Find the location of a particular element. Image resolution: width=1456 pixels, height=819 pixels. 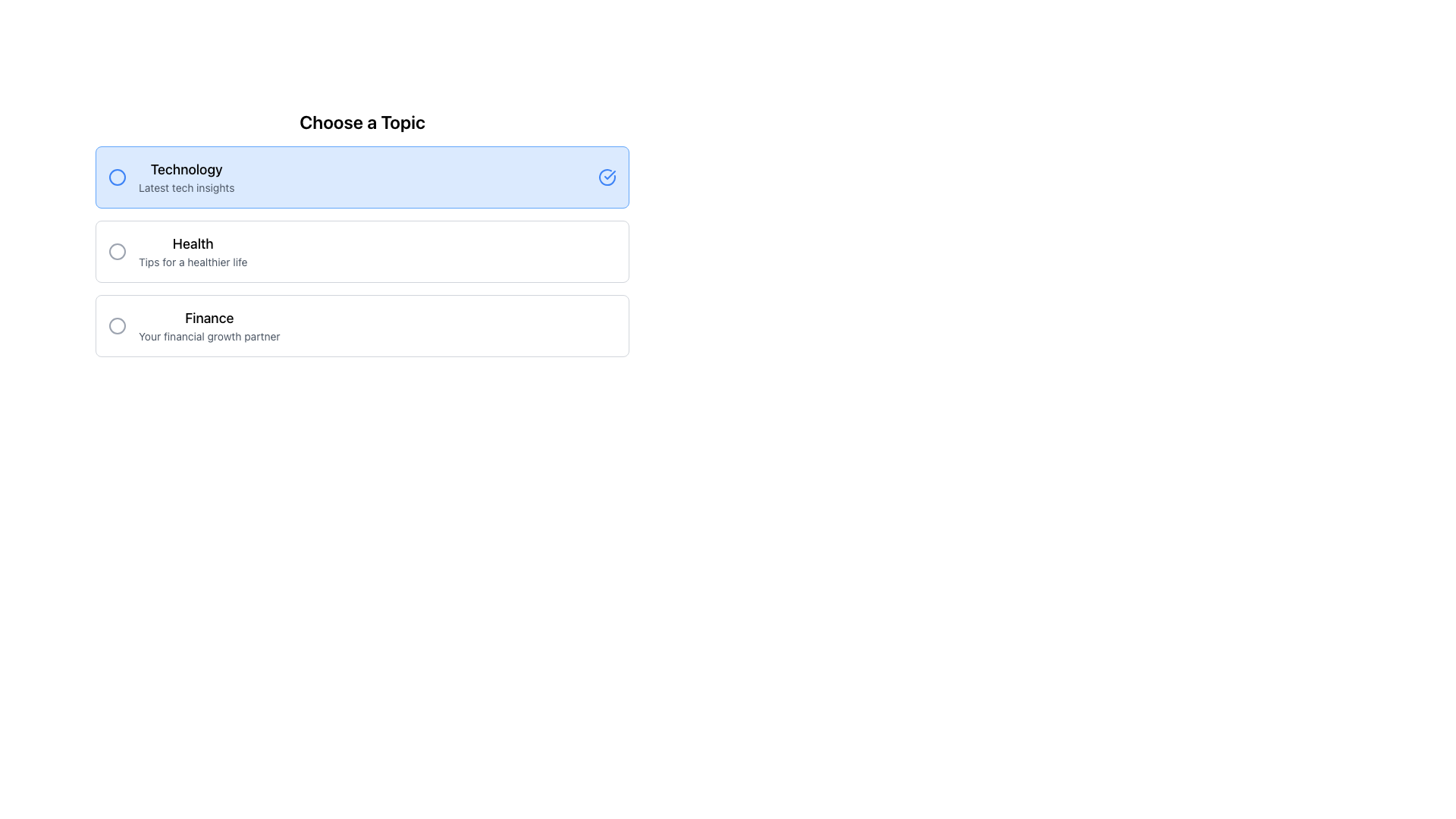

the text label that provides a brief description for the topic labeled 'Technology', located beneath the 'Technology' text is located at coordinates (186, 187).